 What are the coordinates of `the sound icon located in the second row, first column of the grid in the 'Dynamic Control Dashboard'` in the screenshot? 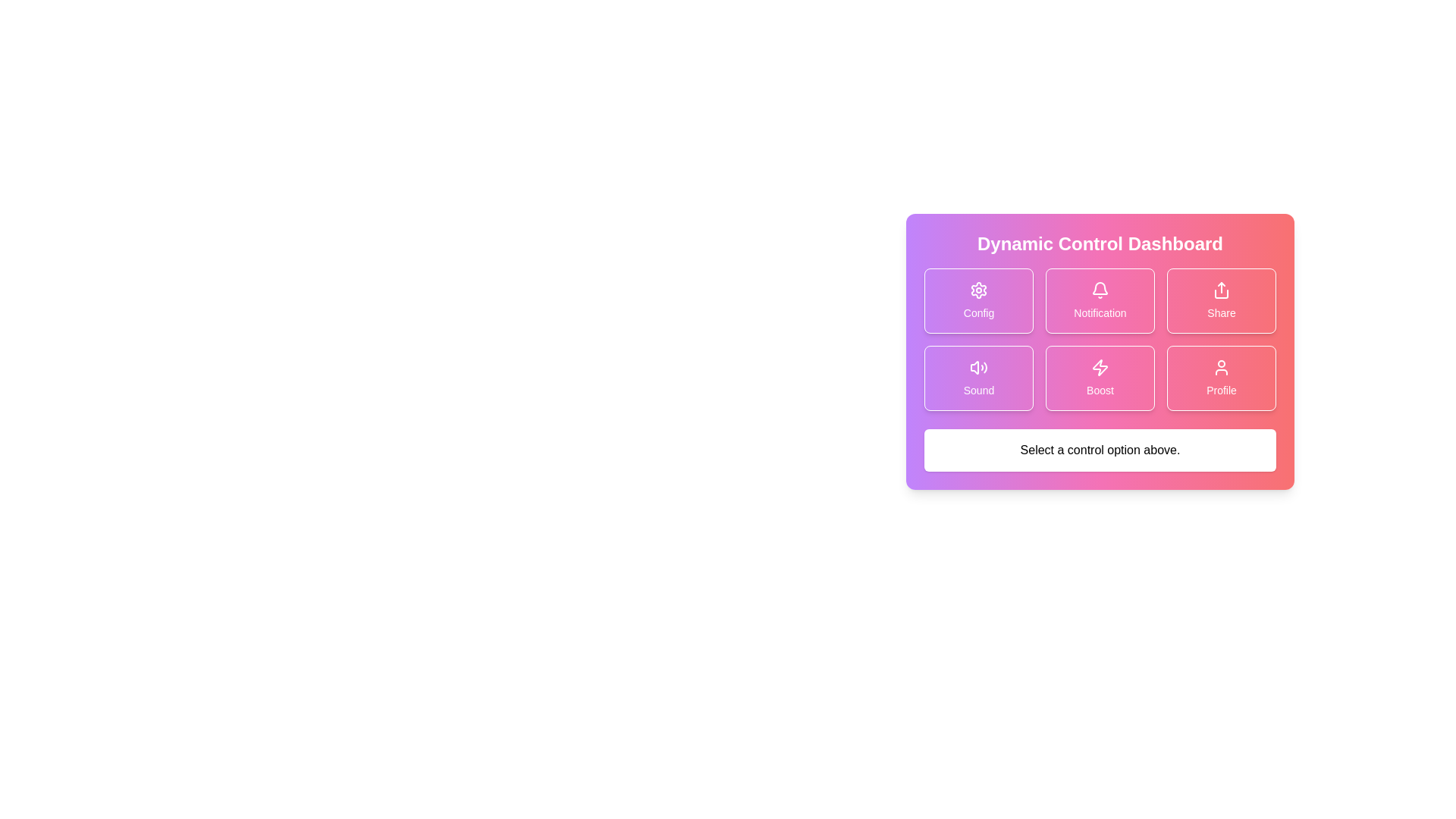 It's located at (979, 368).